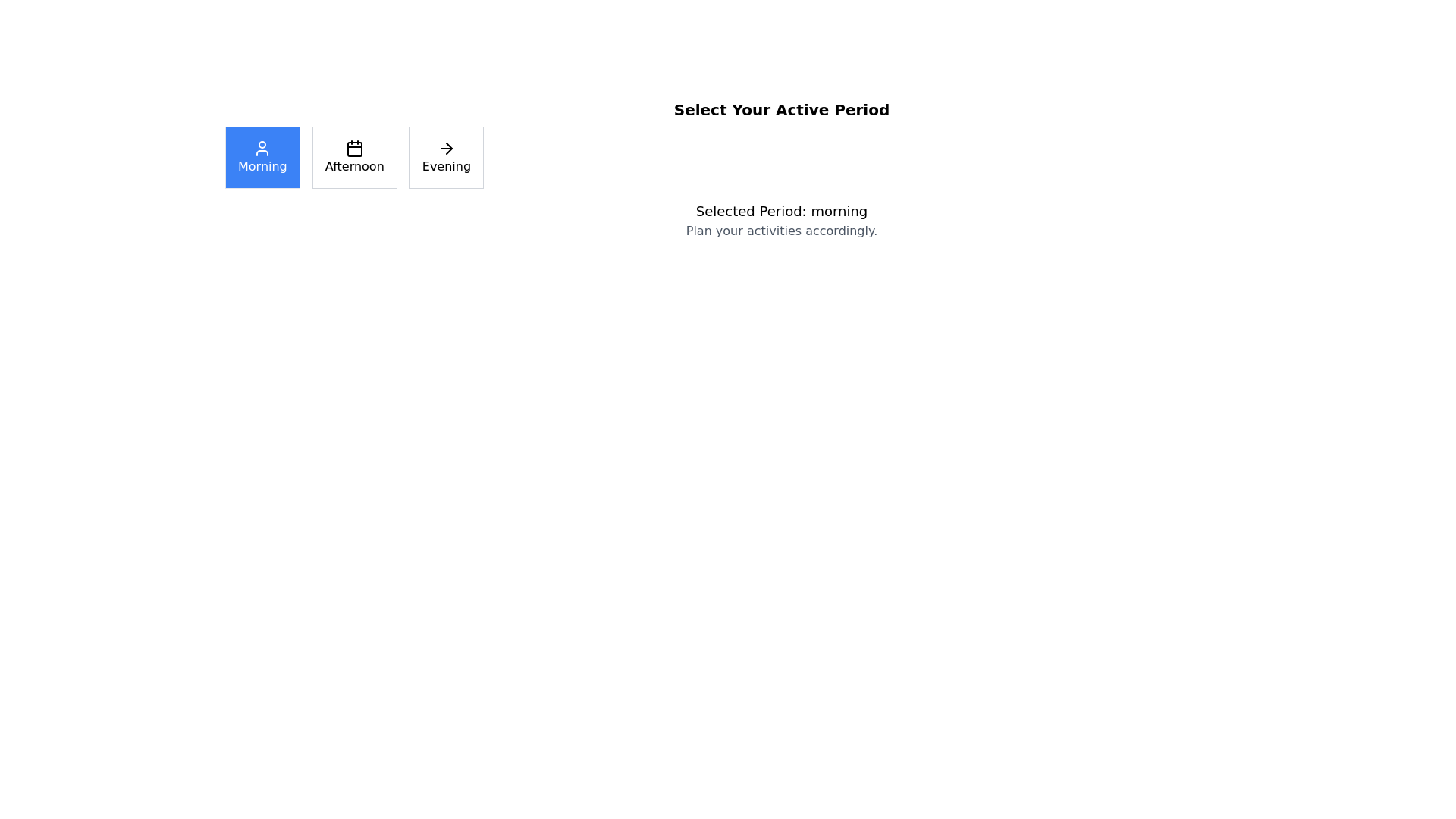 This screenshot has width=1456, height=819. What do you see at coordinates (782, 109) in the screenshot?
I see `the prominent header with the text 'Select Your Active Period' that is styled in a large, bold font, located at the top center of the content area` at bounding box center [782, 109].